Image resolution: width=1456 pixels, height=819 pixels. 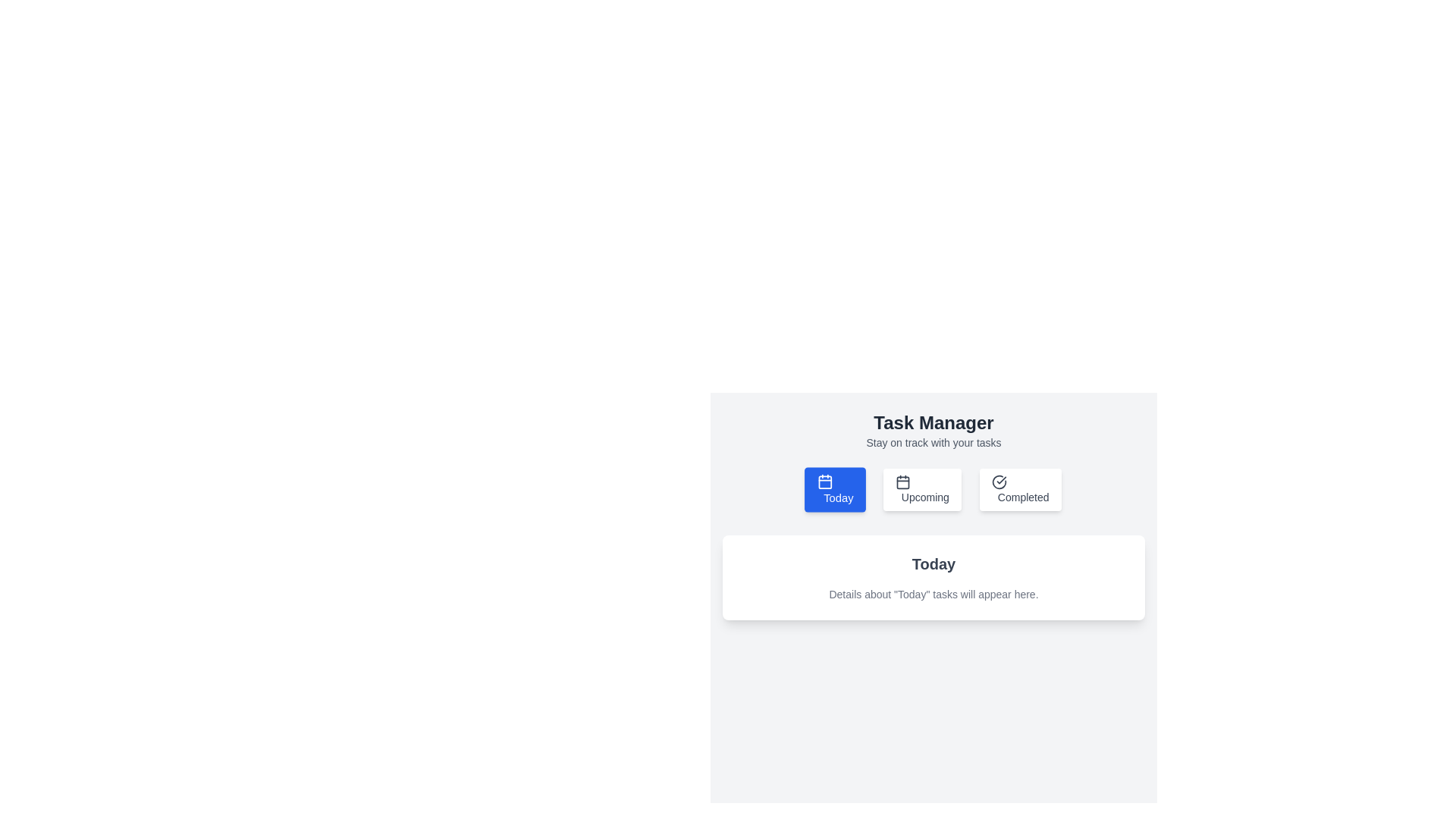 I want to click on the 'Task Manager' text label, which is a prominent, bold label in dark gray color, positioned centrally above navigation options, so click(x=933, y=423).